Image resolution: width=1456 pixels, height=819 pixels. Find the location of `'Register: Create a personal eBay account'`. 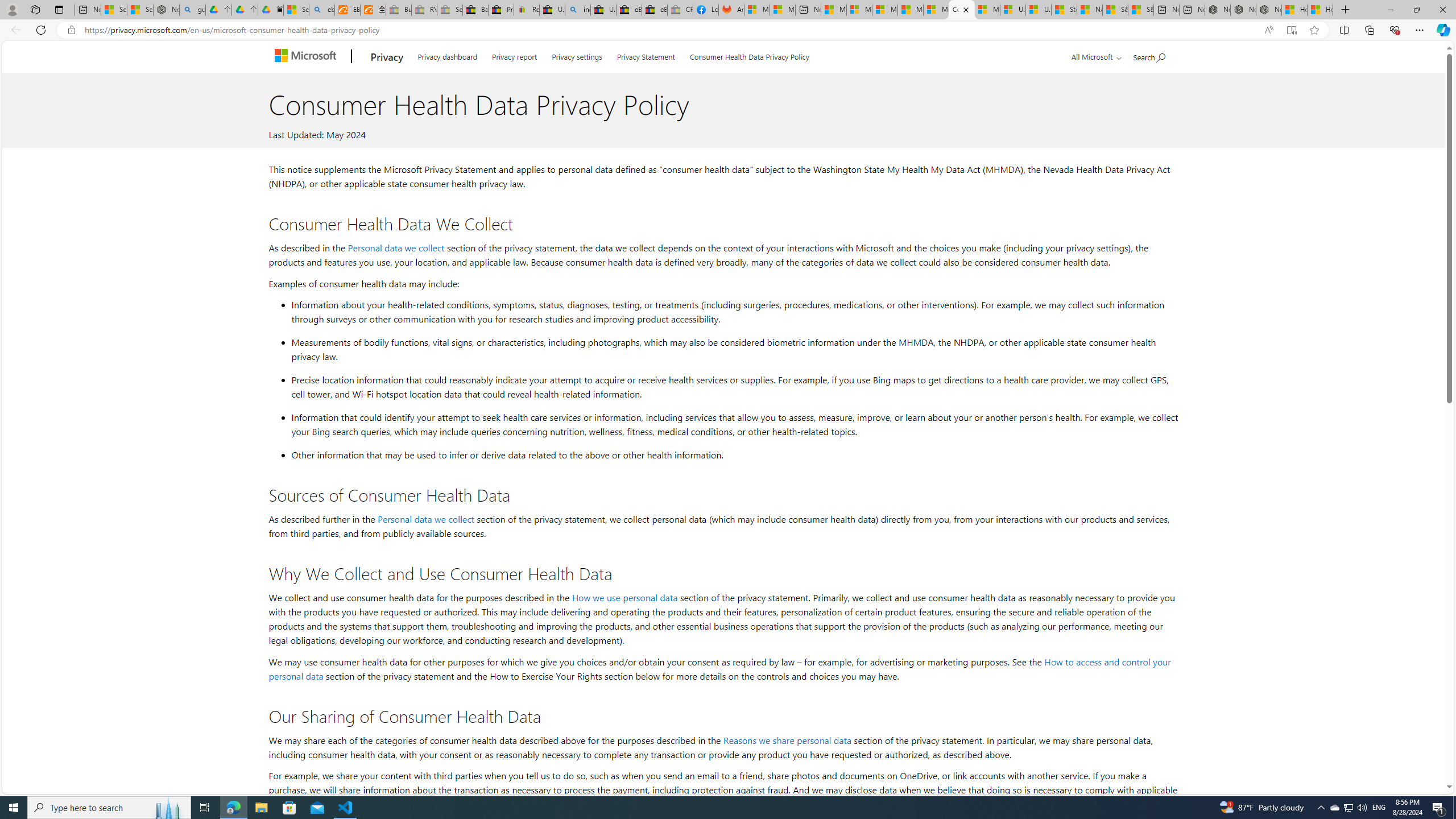

'Register: Create a personal eBay account' is located at coordinates (526, 9).